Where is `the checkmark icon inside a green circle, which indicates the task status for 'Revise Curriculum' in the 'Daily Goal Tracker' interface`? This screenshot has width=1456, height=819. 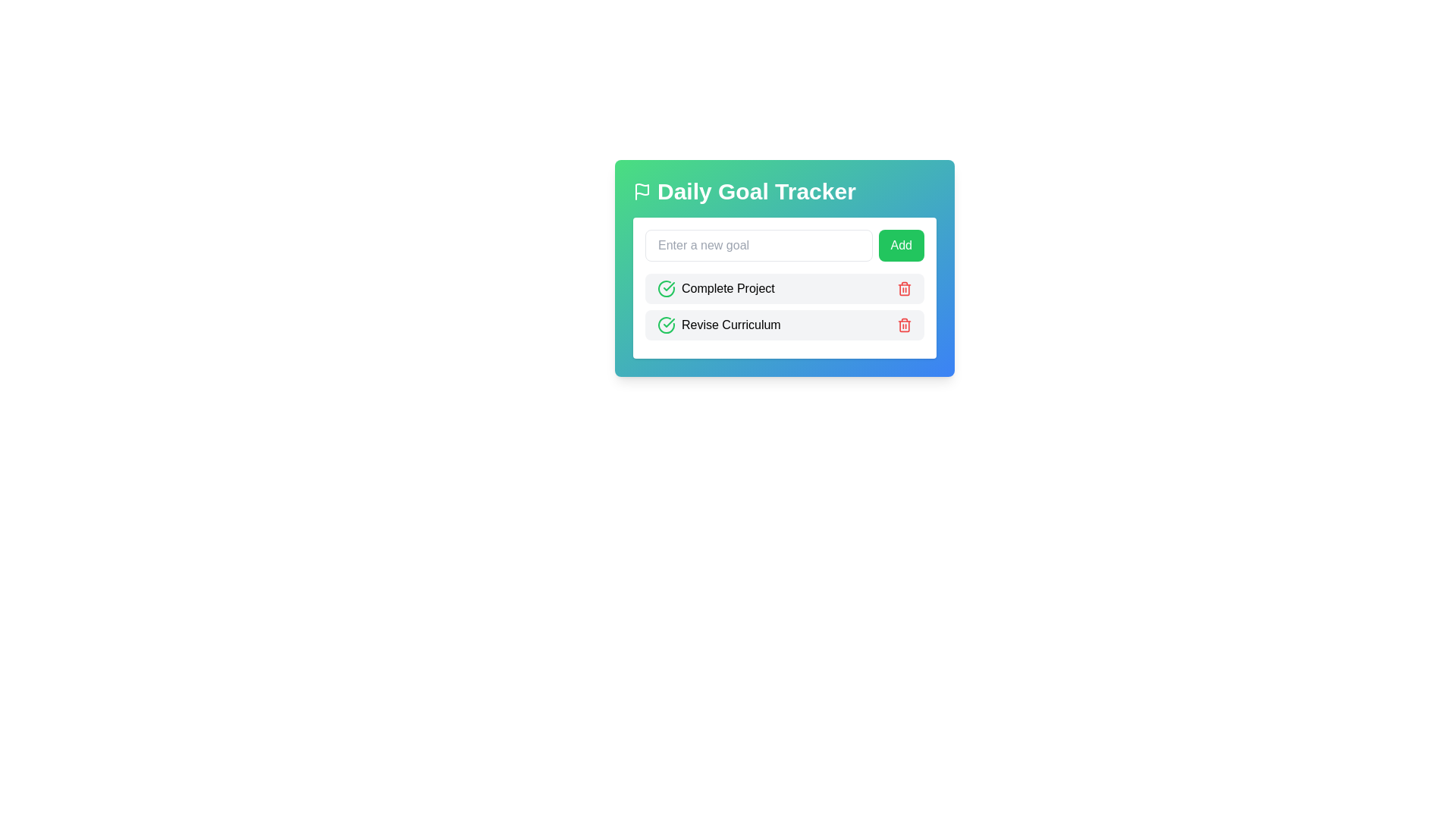 the checkmark icon inside a green circle, which indicates the task status for 'Revise Curriculum' in the 'Daily Goal Tracker' interface is located at coordinates (666, 289).